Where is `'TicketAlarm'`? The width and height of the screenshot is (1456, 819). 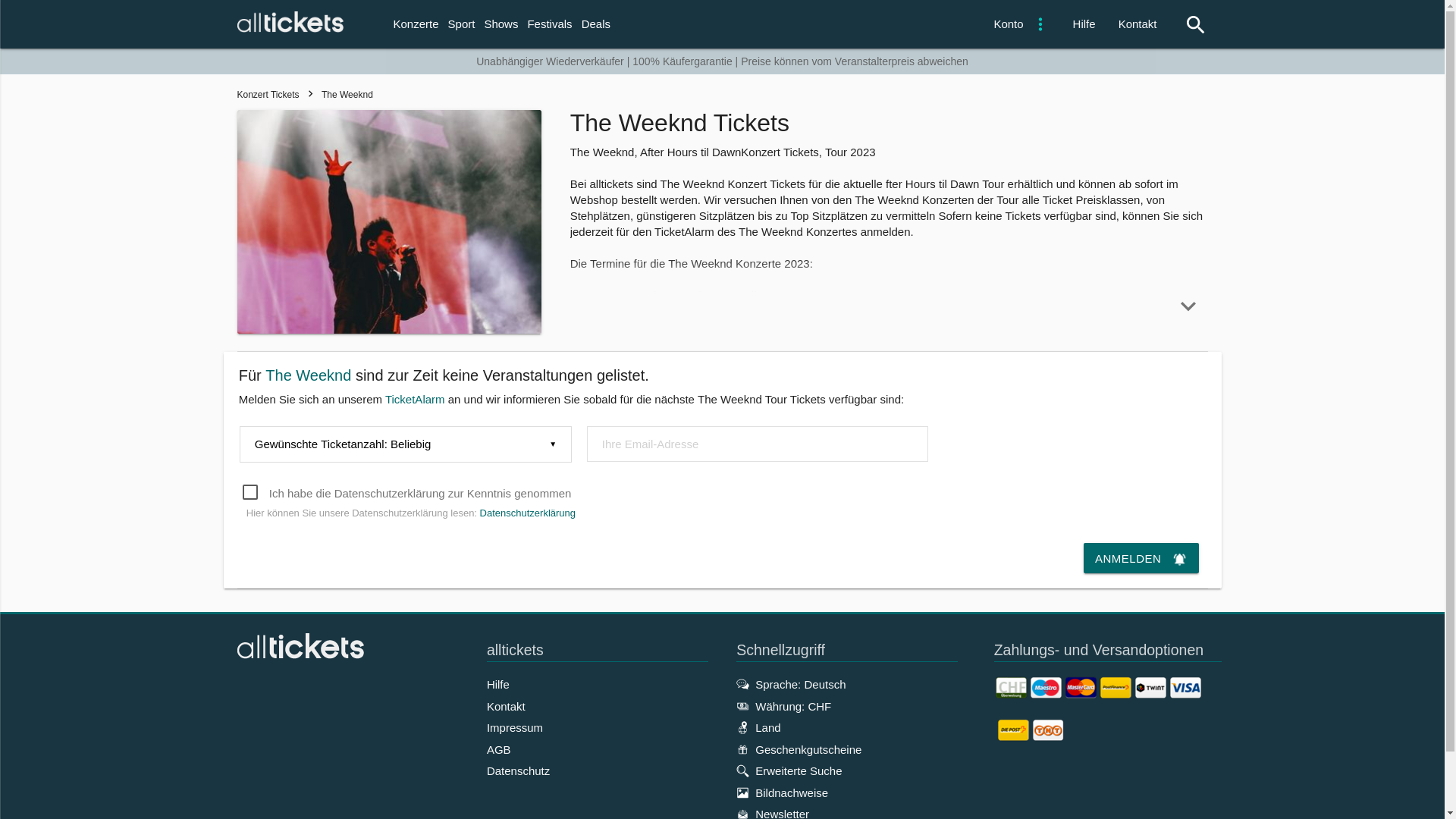
'TicketAlarm' is located at coordinates (415, 398).